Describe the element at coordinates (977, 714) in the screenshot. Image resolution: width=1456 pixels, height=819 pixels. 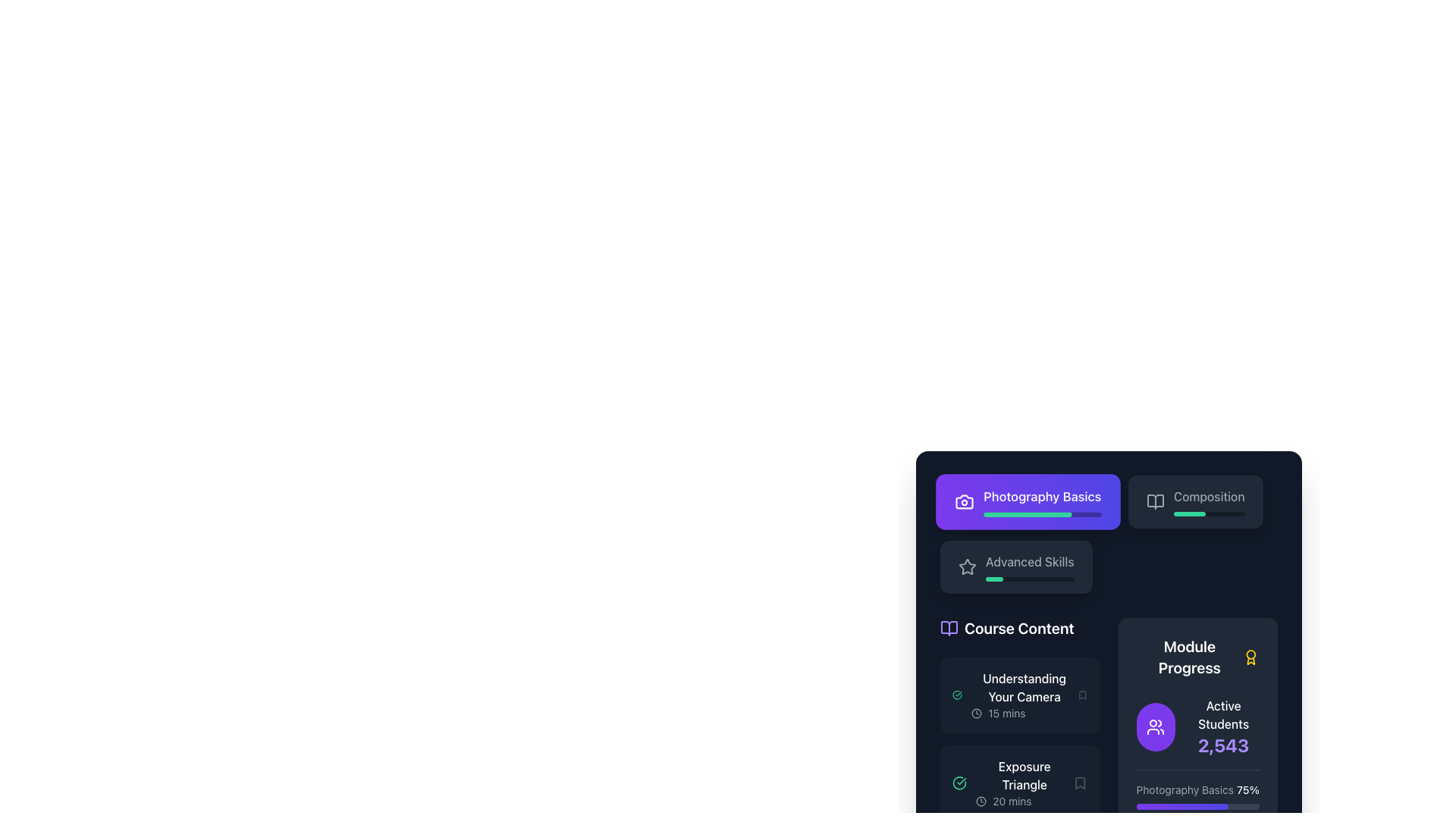
I see `the decorative icon representing the time '15 mins' next to the 'Understanding Your Camera' label in the 'Course Content' section` at that location.